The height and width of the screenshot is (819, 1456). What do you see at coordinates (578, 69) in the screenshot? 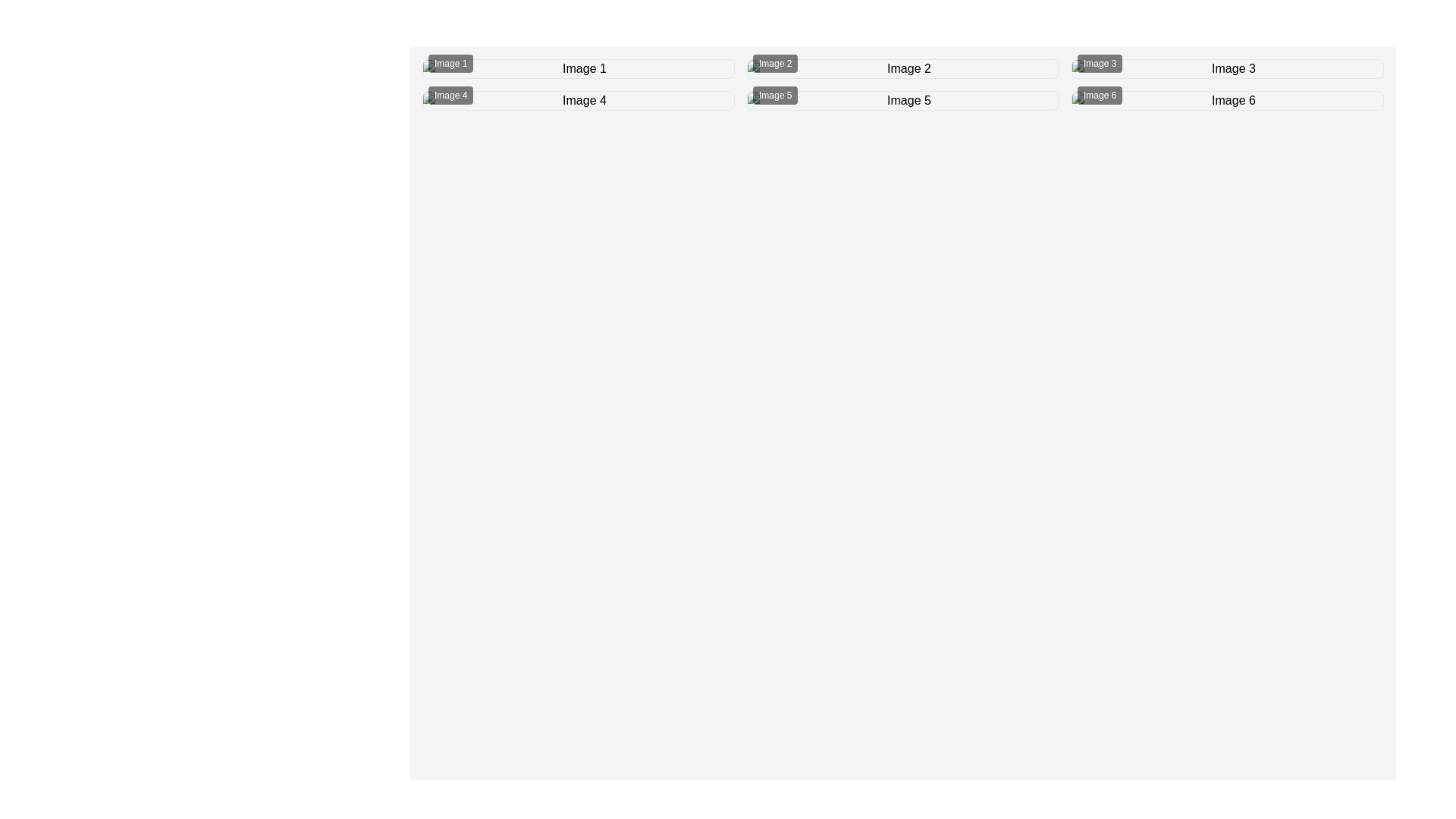
I see `the clickable visual component identified as 'Image 1'` at bounding box center [578, 69].